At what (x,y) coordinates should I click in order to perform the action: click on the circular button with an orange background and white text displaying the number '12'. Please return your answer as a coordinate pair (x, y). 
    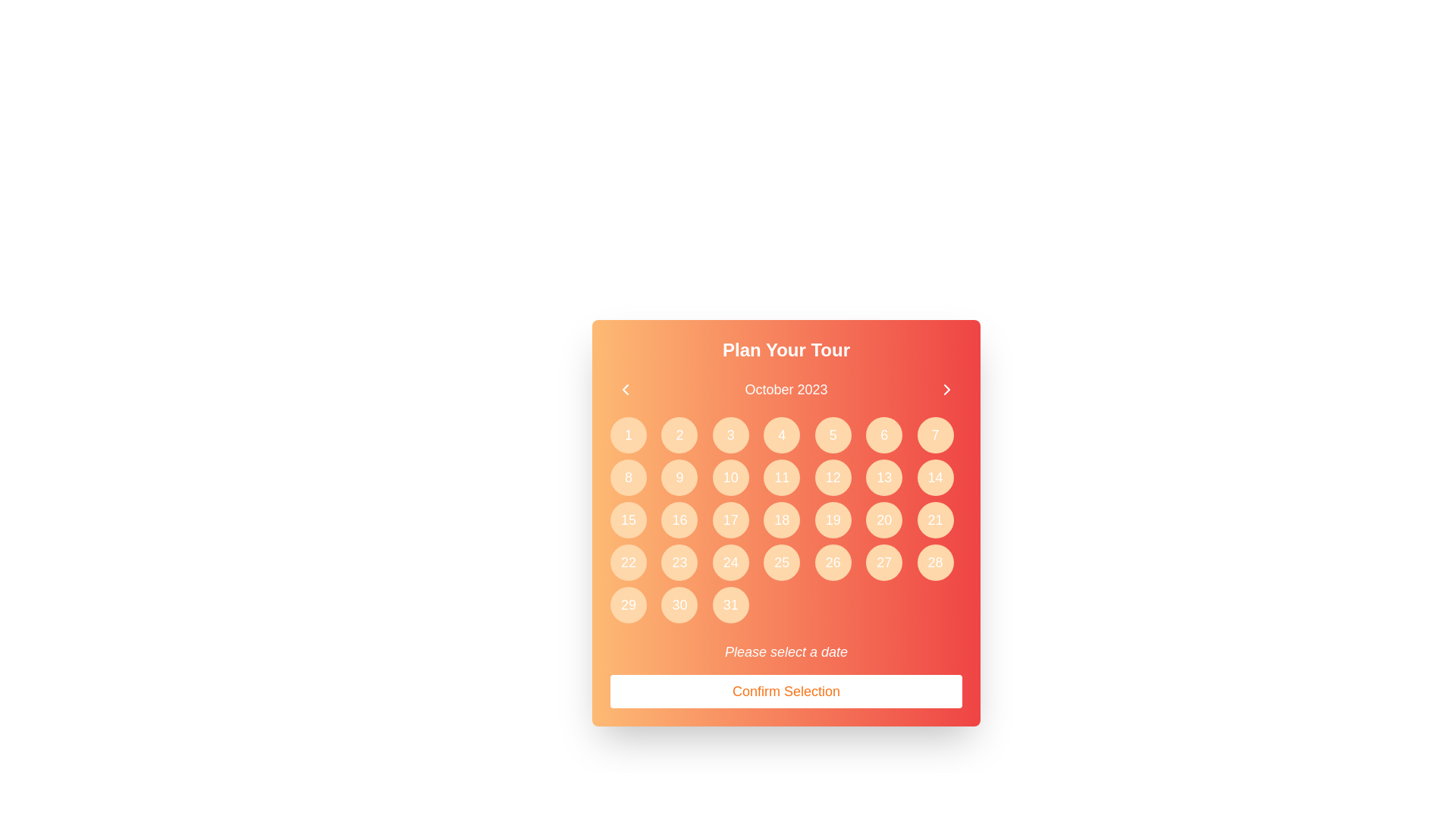
    Looking at the image, I should click on (832, 476).